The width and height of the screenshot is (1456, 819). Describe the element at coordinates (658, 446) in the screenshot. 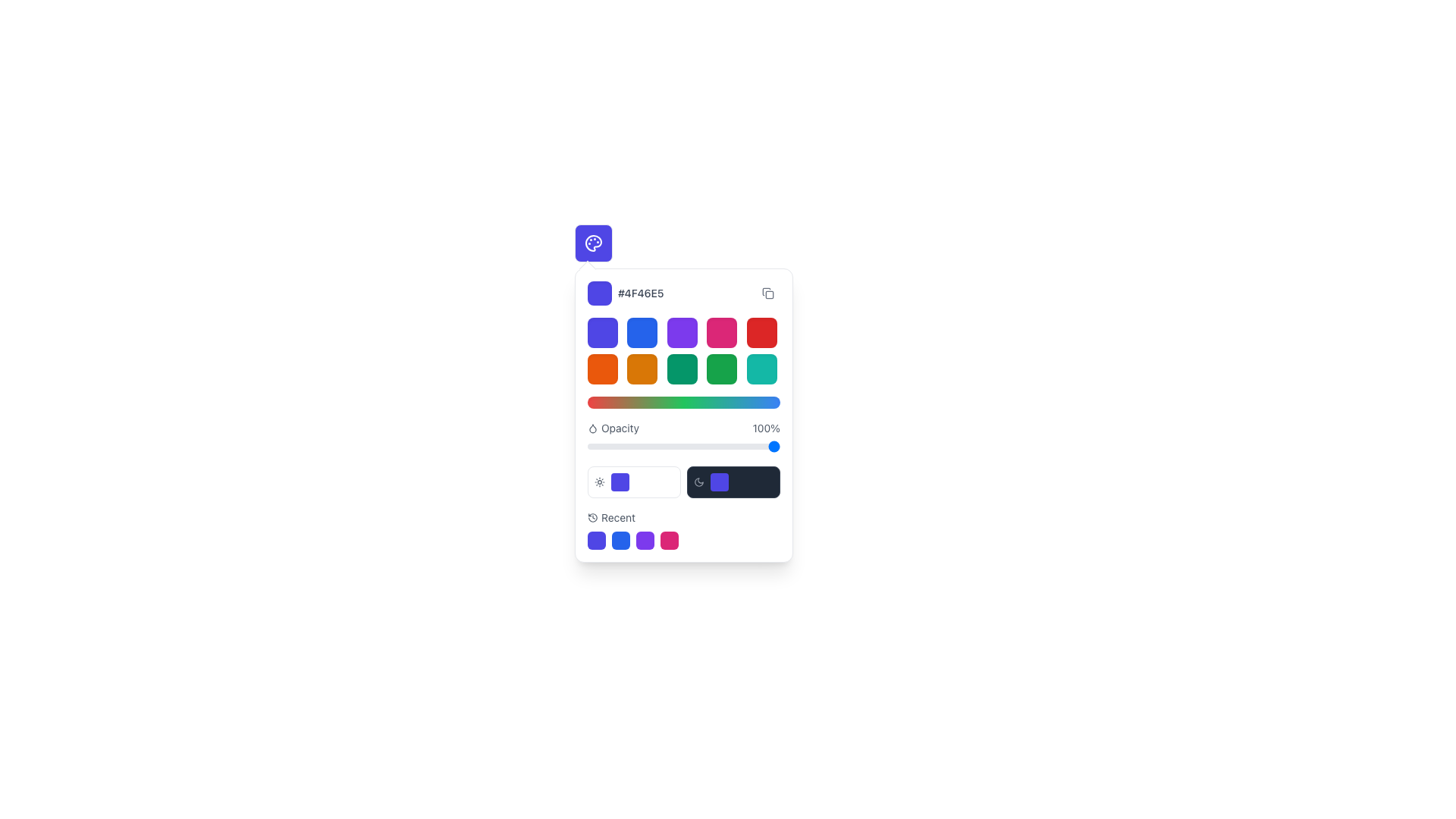

I see `opacity` at that location.